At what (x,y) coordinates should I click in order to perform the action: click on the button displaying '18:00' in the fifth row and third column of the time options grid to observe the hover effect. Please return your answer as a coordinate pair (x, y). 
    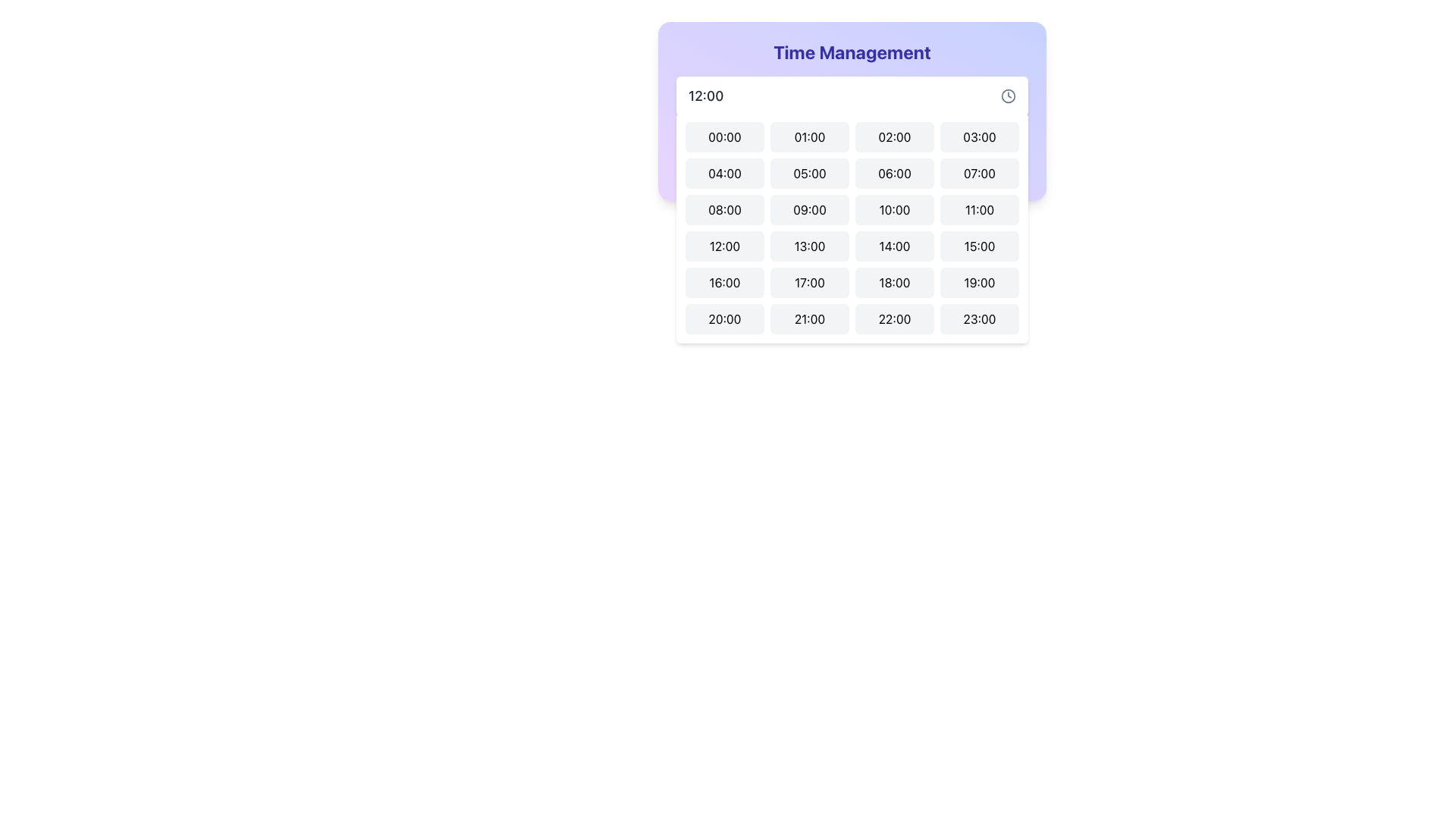
    Looking at the image, I should click on (895, 283).